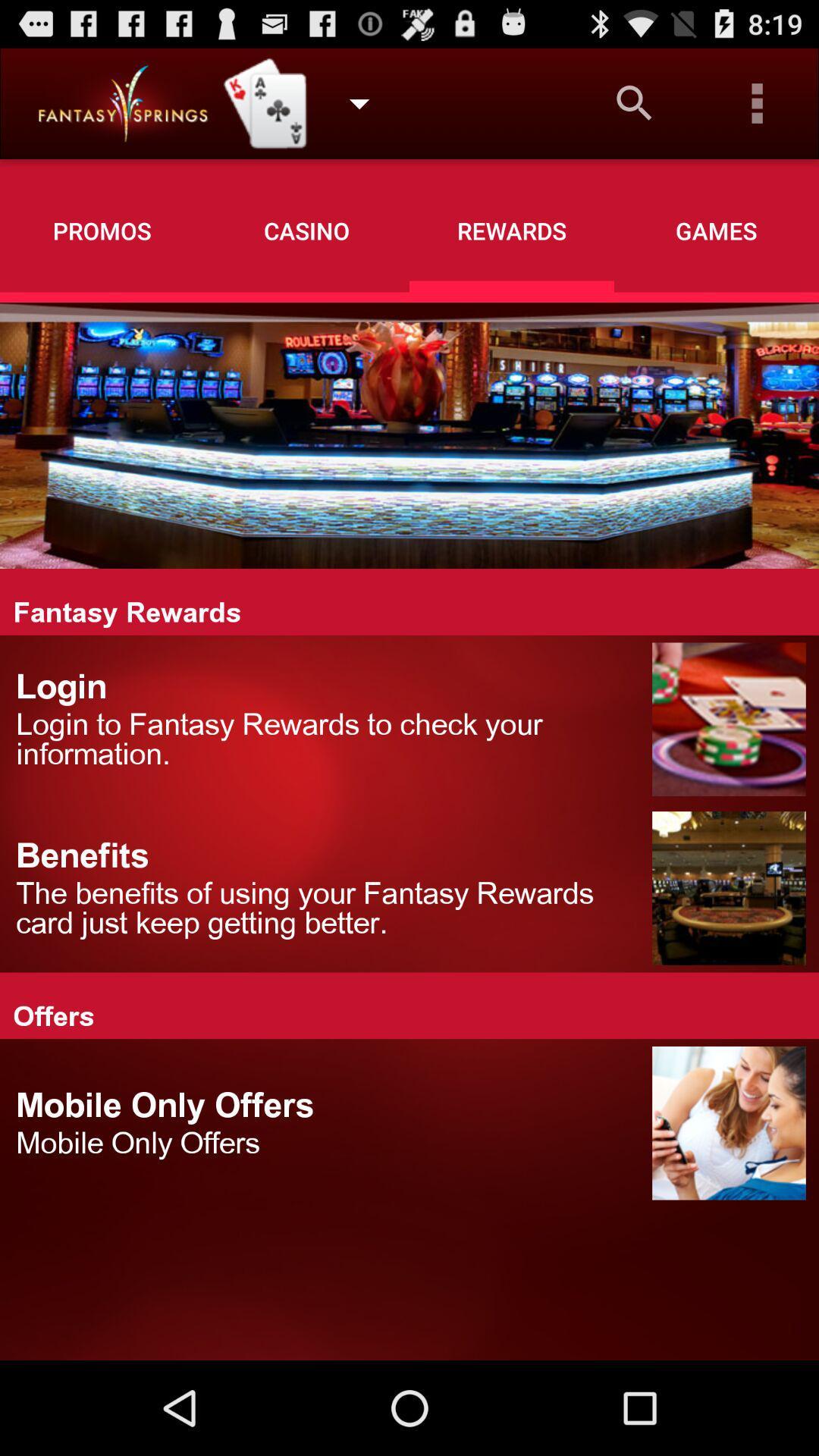 Image resolution: width=819 pixels, height=1456 pixels. Describe the element at coordinates (758, 102) in the screenshot. I see `options` at that location.